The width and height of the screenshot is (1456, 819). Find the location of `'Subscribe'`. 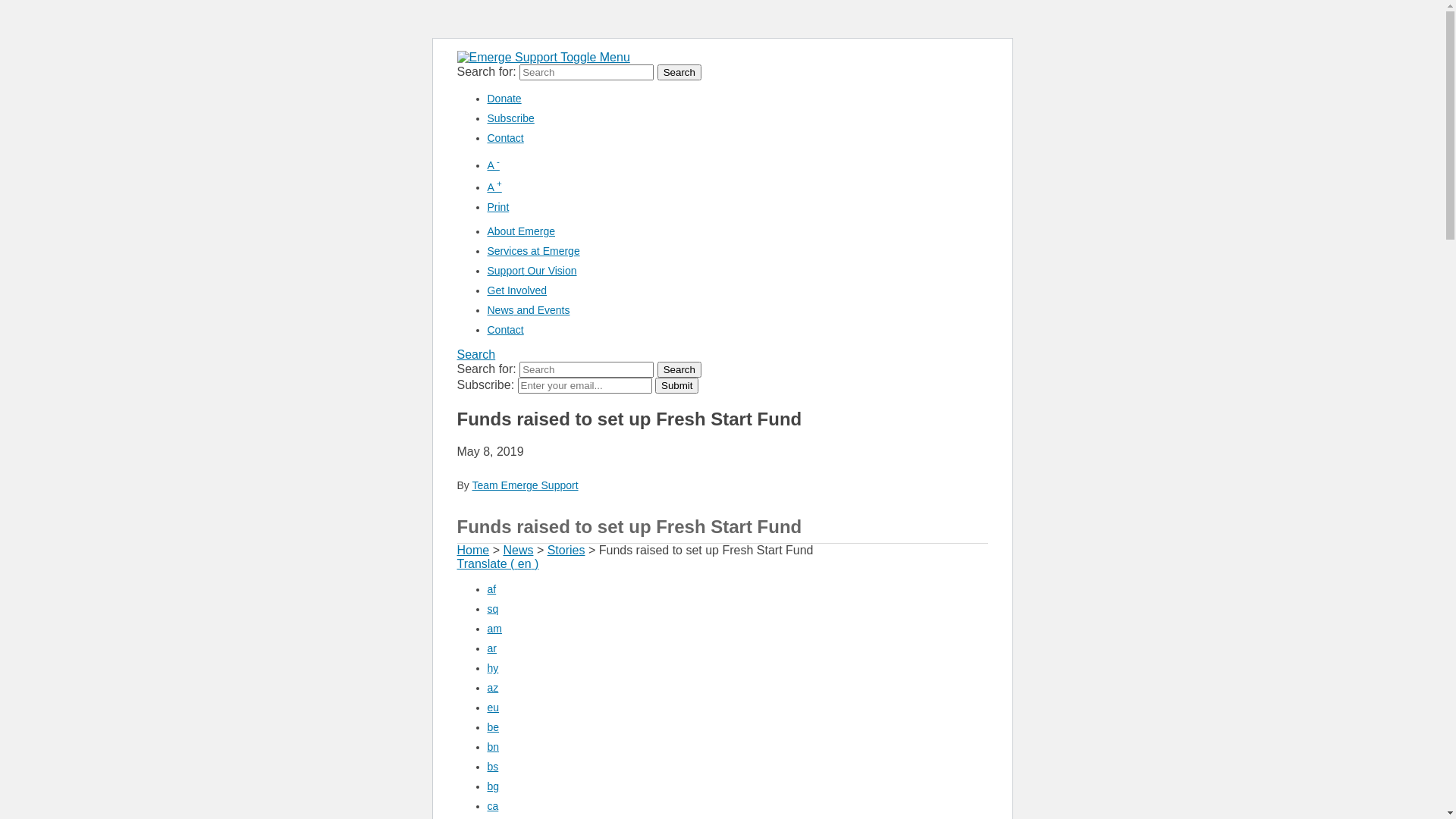

'Subscribe' is located at coordinates (510, 117).